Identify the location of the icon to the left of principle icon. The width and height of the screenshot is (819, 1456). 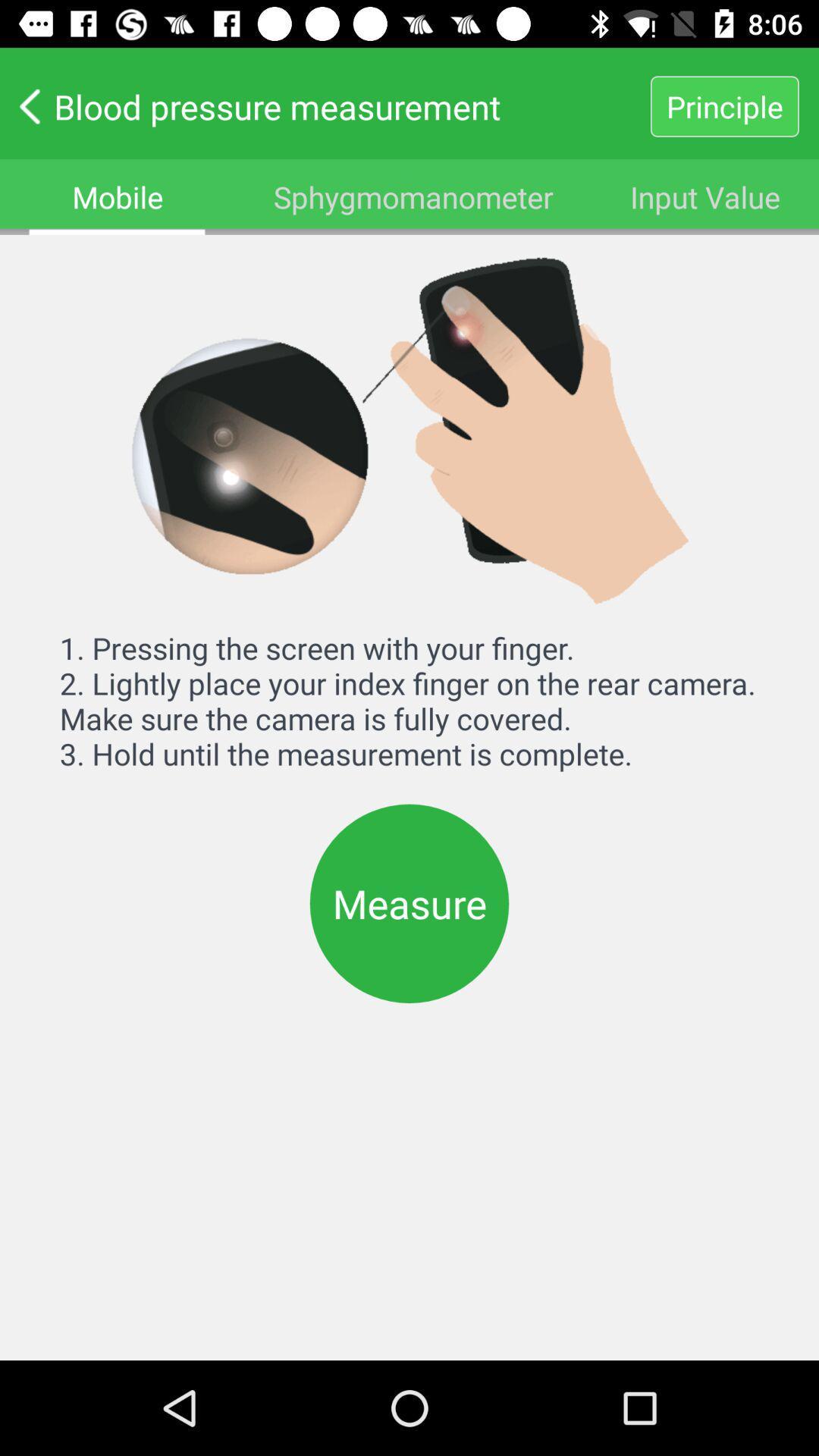
(324, 105).